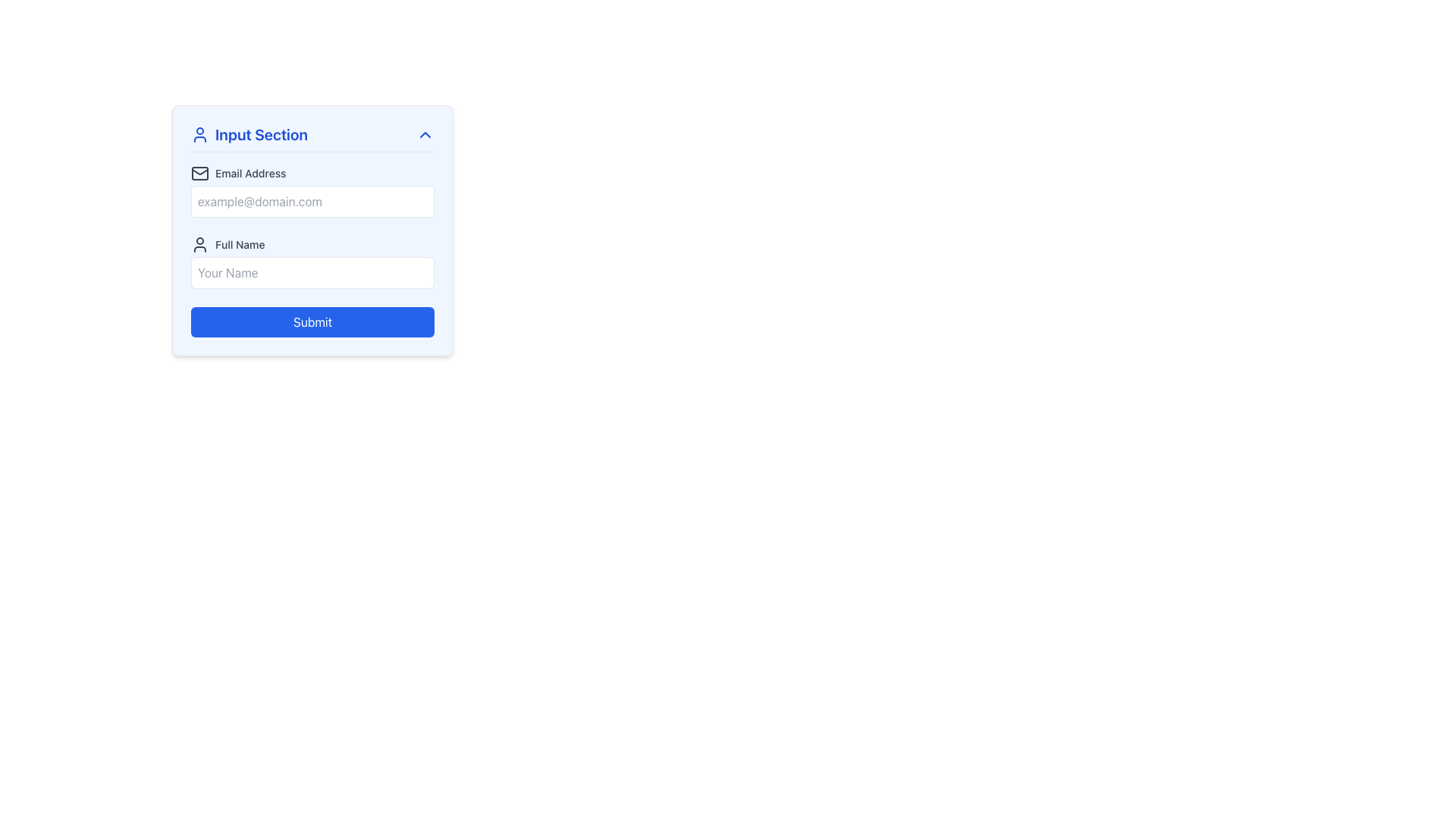 This screenshot has width=1456, height=819. What do you see at coordinates (199, 133) in the screenshot?
I see `the user profile icon styled in blue, located to the left of the 'Input Section' text in the header` at bounding box center [199, 133].